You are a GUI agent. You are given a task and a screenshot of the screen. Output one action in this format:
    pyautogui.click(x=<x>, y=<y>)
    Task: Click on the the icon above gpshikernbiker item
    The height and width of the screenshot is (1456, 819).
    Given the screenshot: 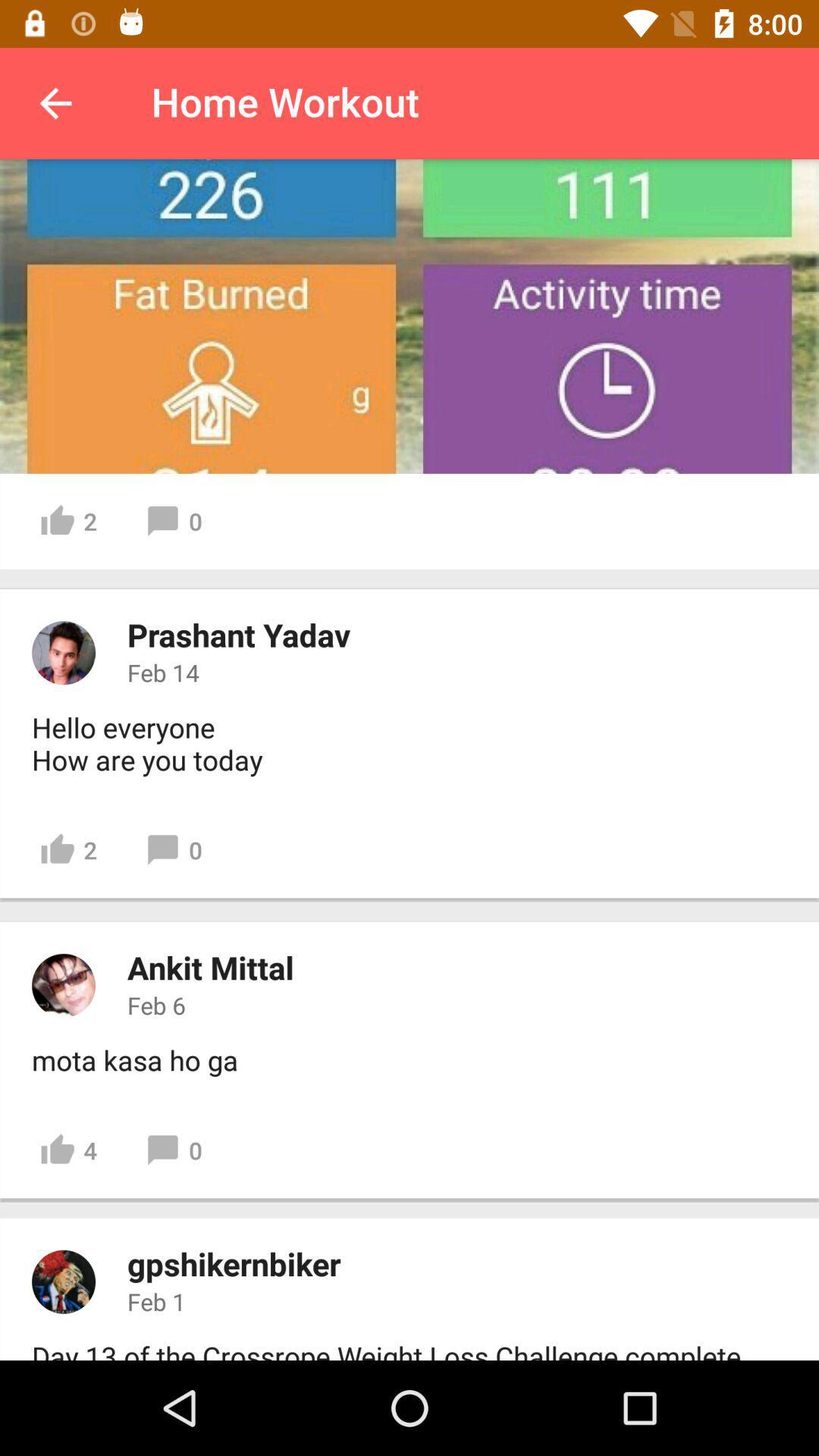 What is the action you would take?
    pyautogui.click(x=68, y=1150)
    